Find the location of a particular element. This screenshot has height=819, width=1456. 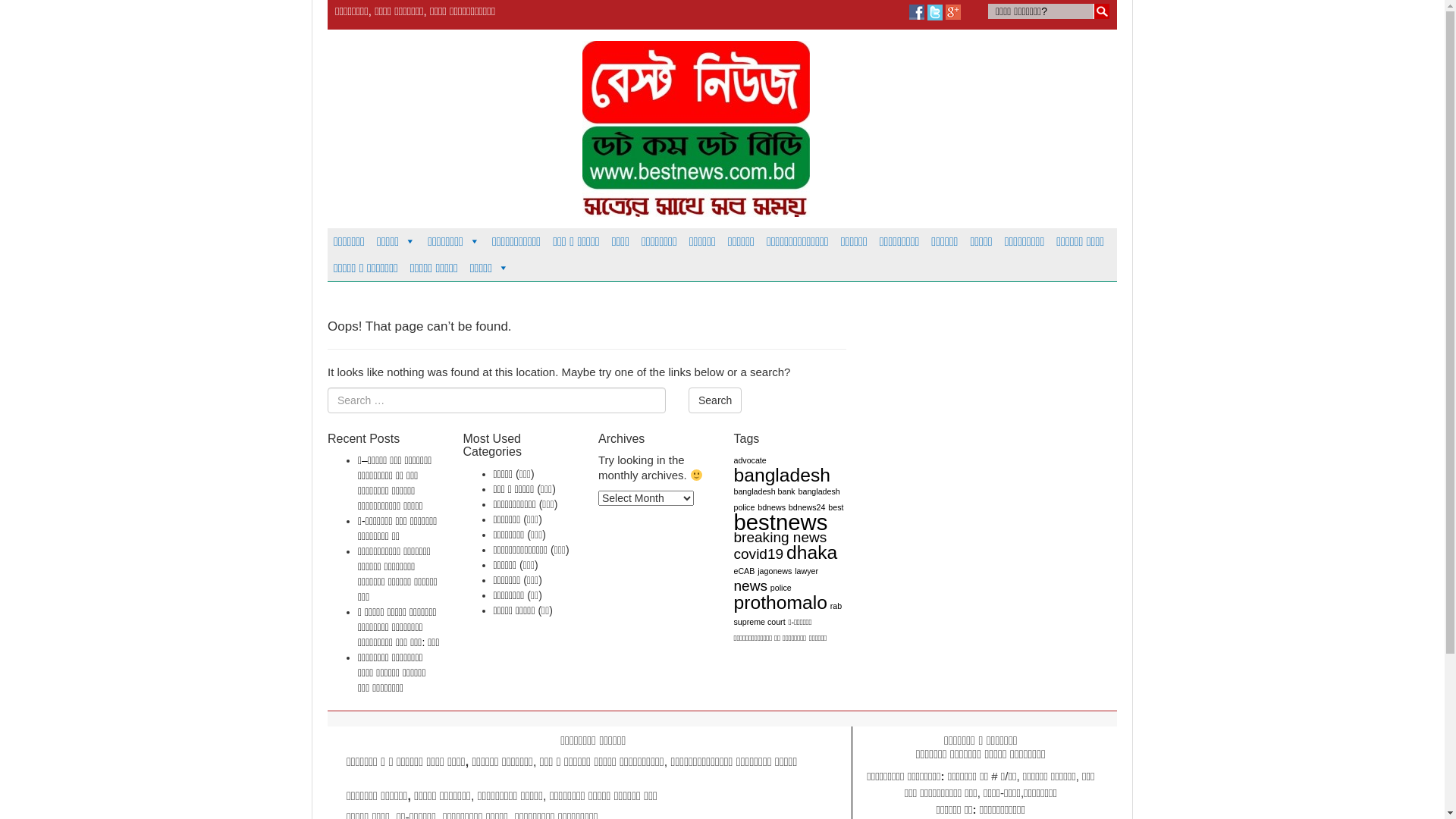

'supreme court' is located at coordinates (734, 622).